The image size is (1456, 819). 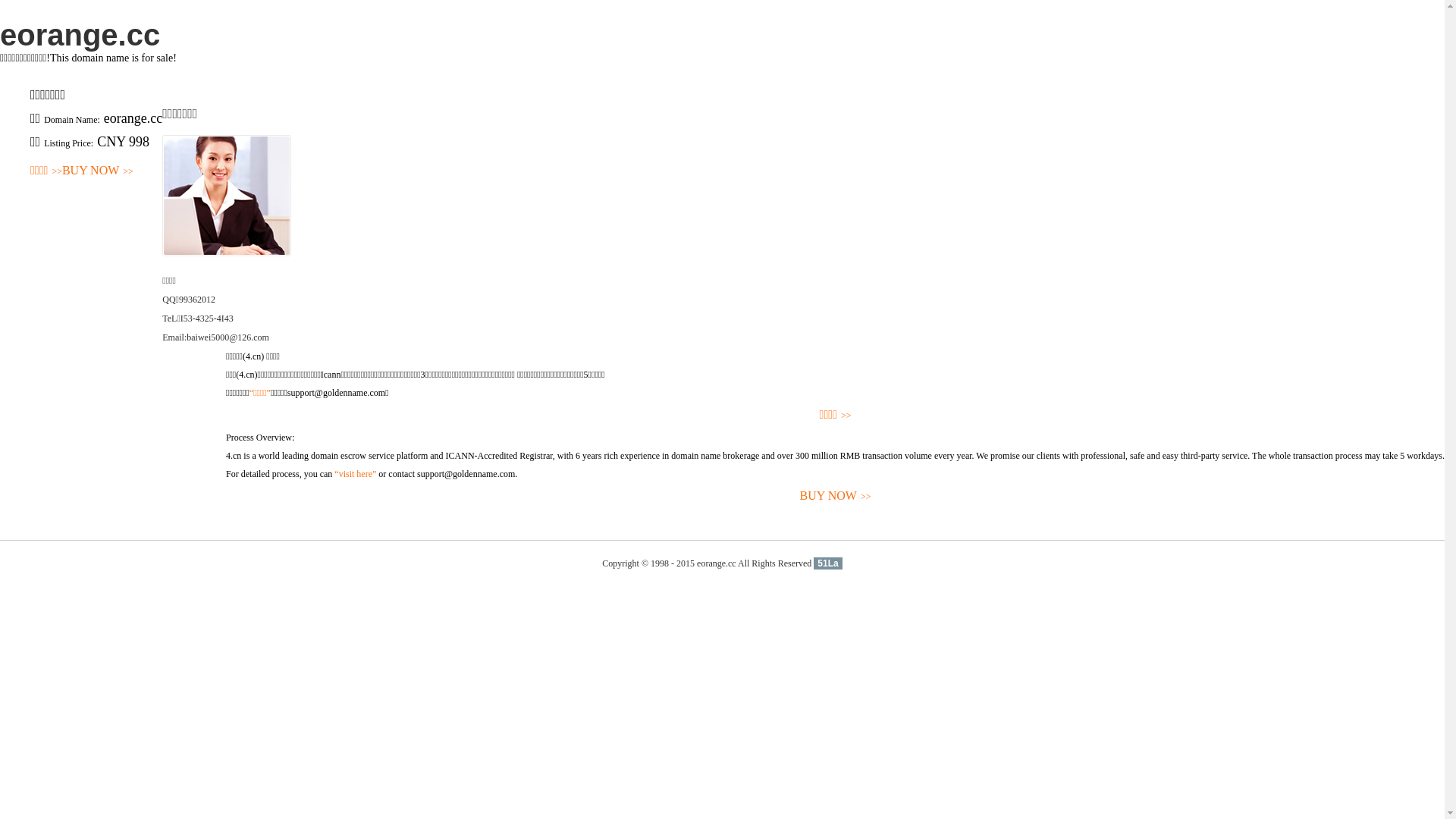 What do you see at coordinates (97, 171) in the screenshot?
I see `'BUY NOW>>'` at bounding box center [97, 171].